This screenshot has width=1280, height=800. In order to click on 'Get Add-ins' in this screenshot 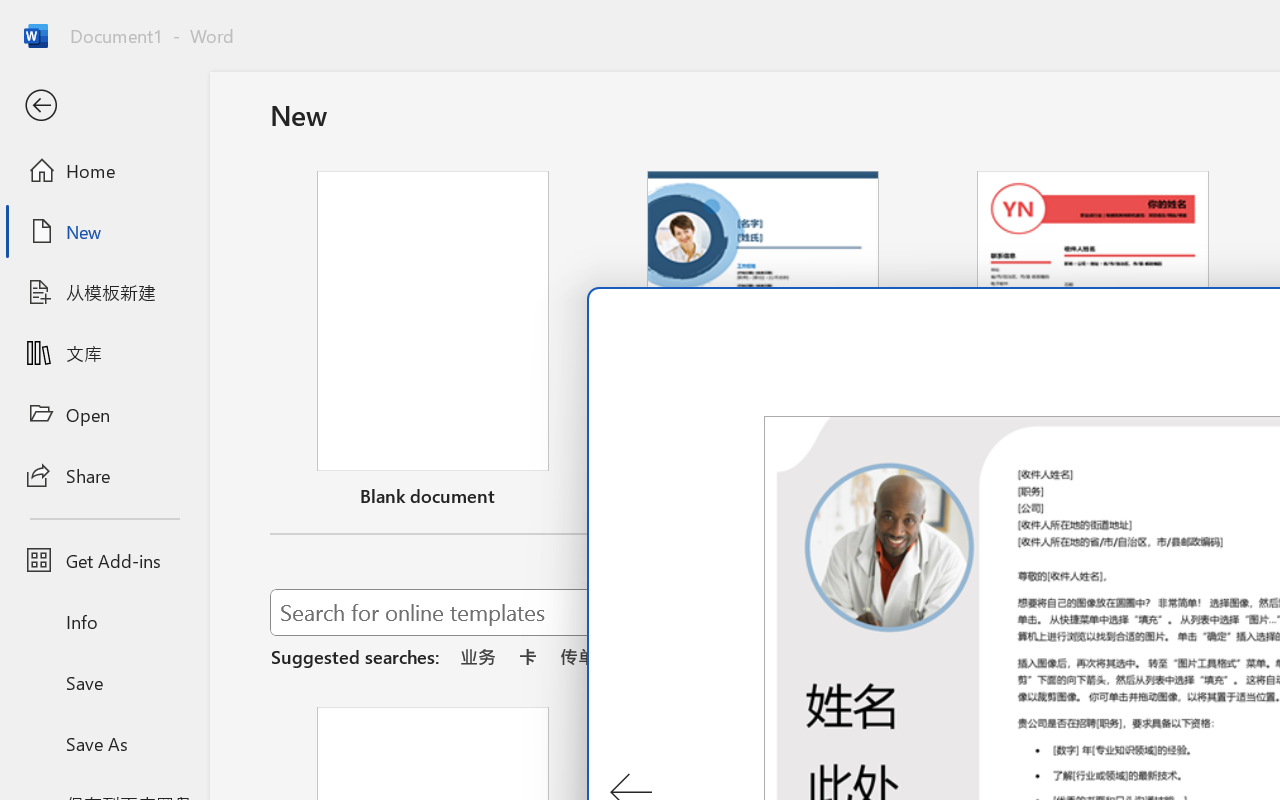, I will do `click(103, 560)`.